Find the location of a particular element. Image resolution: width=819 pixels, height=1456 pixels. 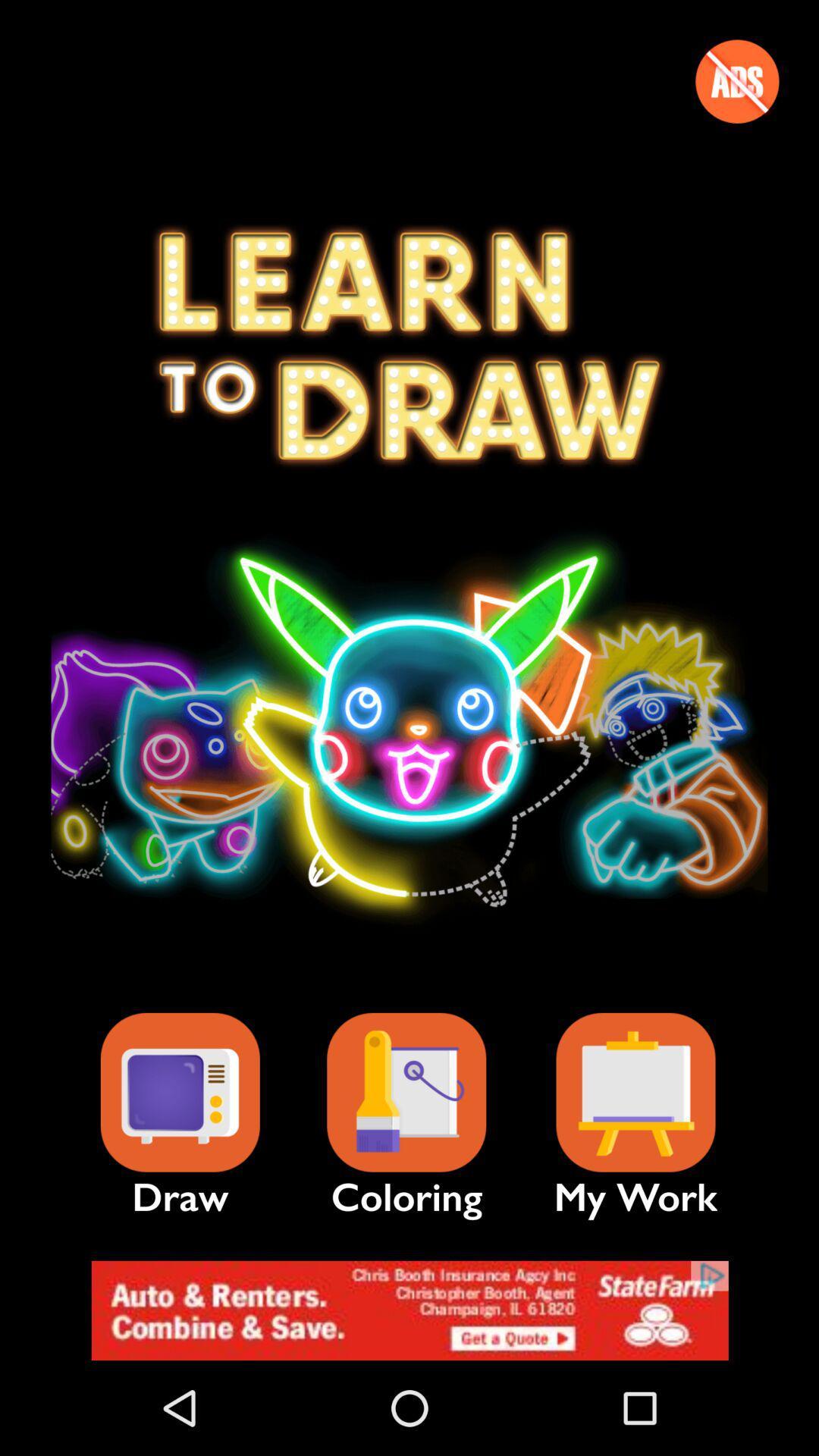

your saved work is located at coordinates (635, 1093).